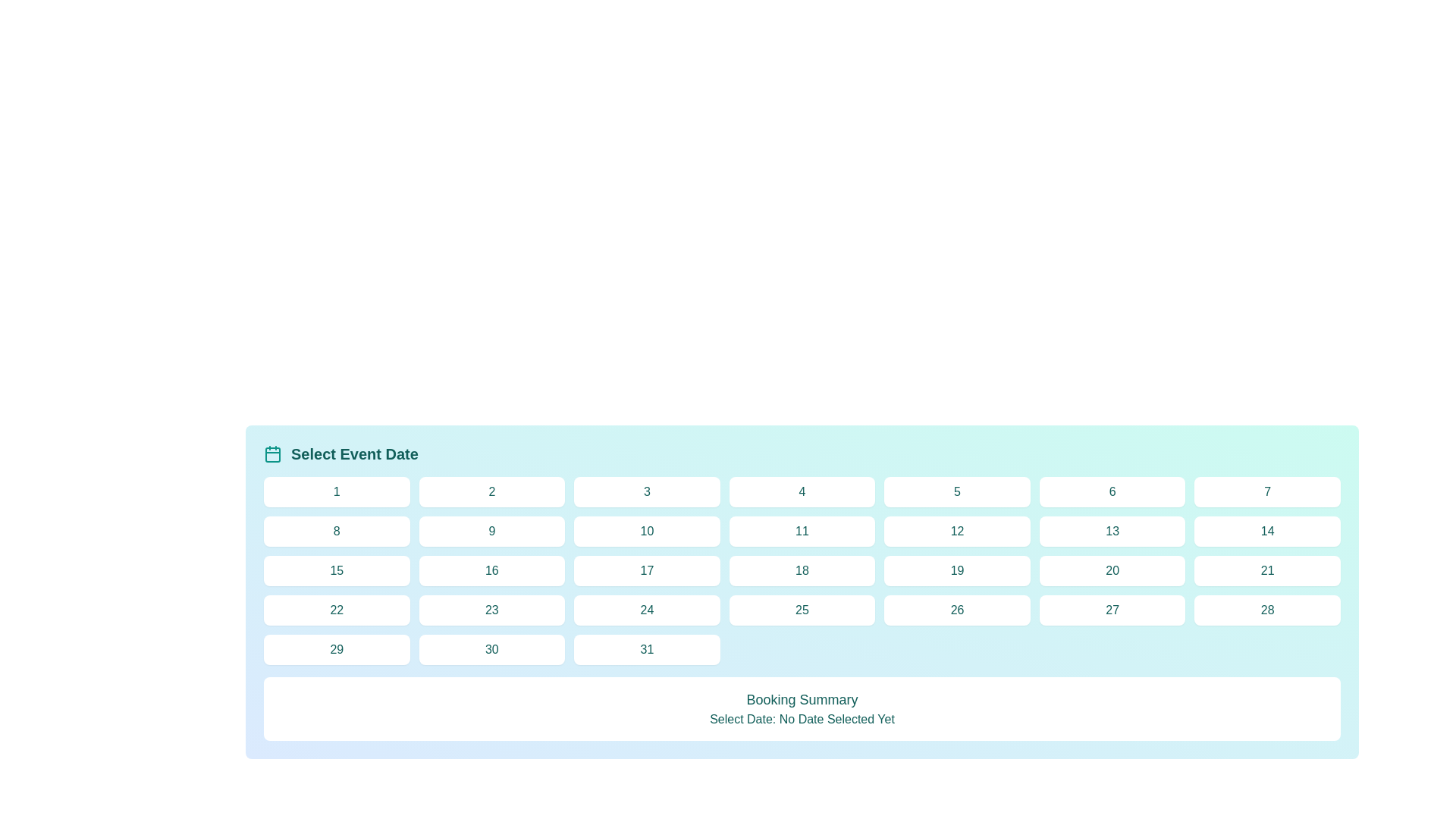 This screenshot has width=1456, height=819. Describe the element at coordinates (801, 570) in the screenshot. I see `the day selection button in the calendar interface located in the third row and fourth column of the grid, allowing for keyboard navigation` at that location.